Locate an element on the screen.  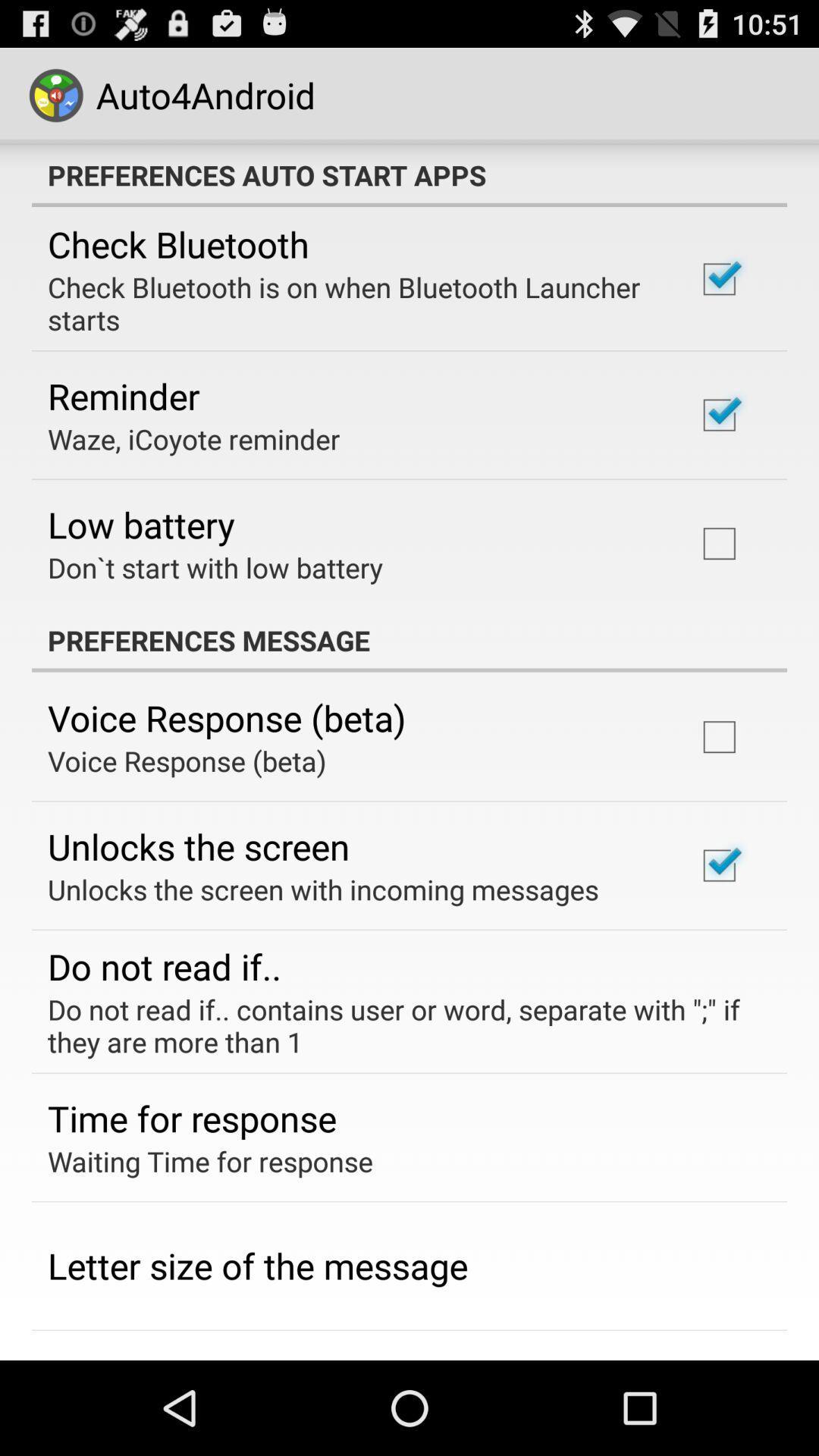
item below waiting time for app is located at coordinates (257, 1266).